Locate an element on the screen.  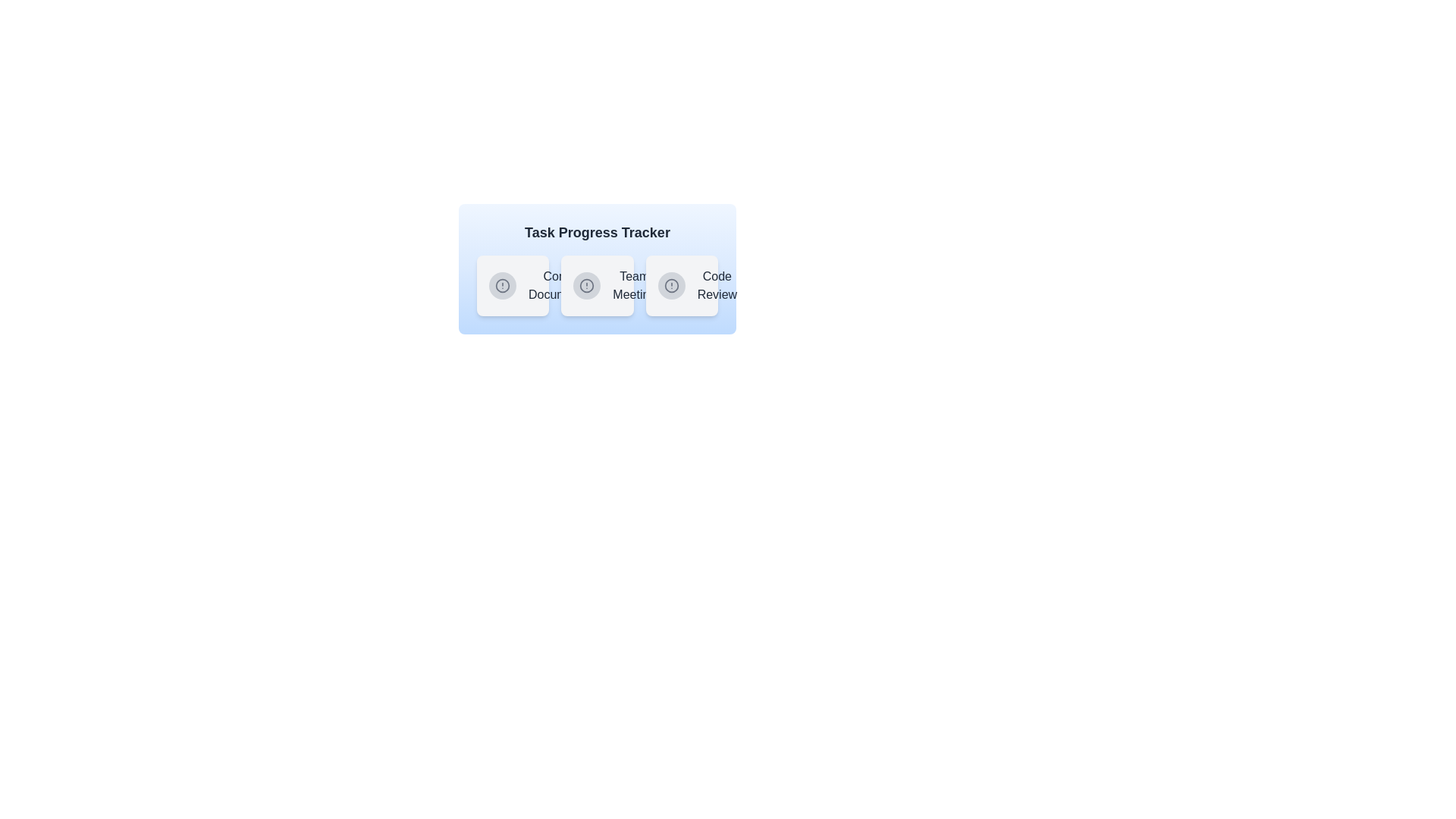
the task chip labeled Complete Documentation to toggle its completion state is located at coordinates (513, 286).